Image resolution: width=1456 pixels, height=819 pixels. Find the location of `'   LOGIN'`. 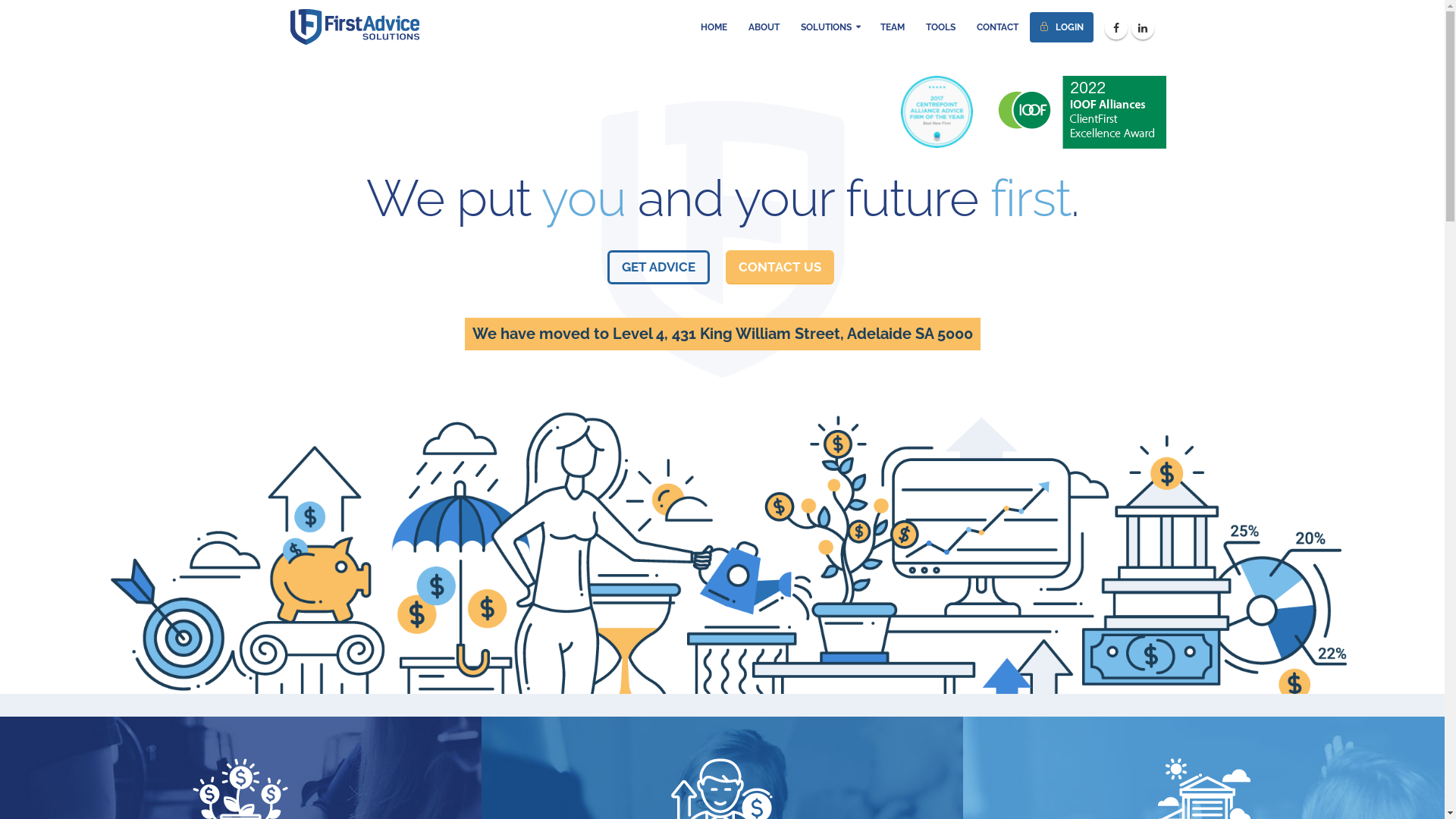

'   LOGIN' is located at coordinates (1061, 27).